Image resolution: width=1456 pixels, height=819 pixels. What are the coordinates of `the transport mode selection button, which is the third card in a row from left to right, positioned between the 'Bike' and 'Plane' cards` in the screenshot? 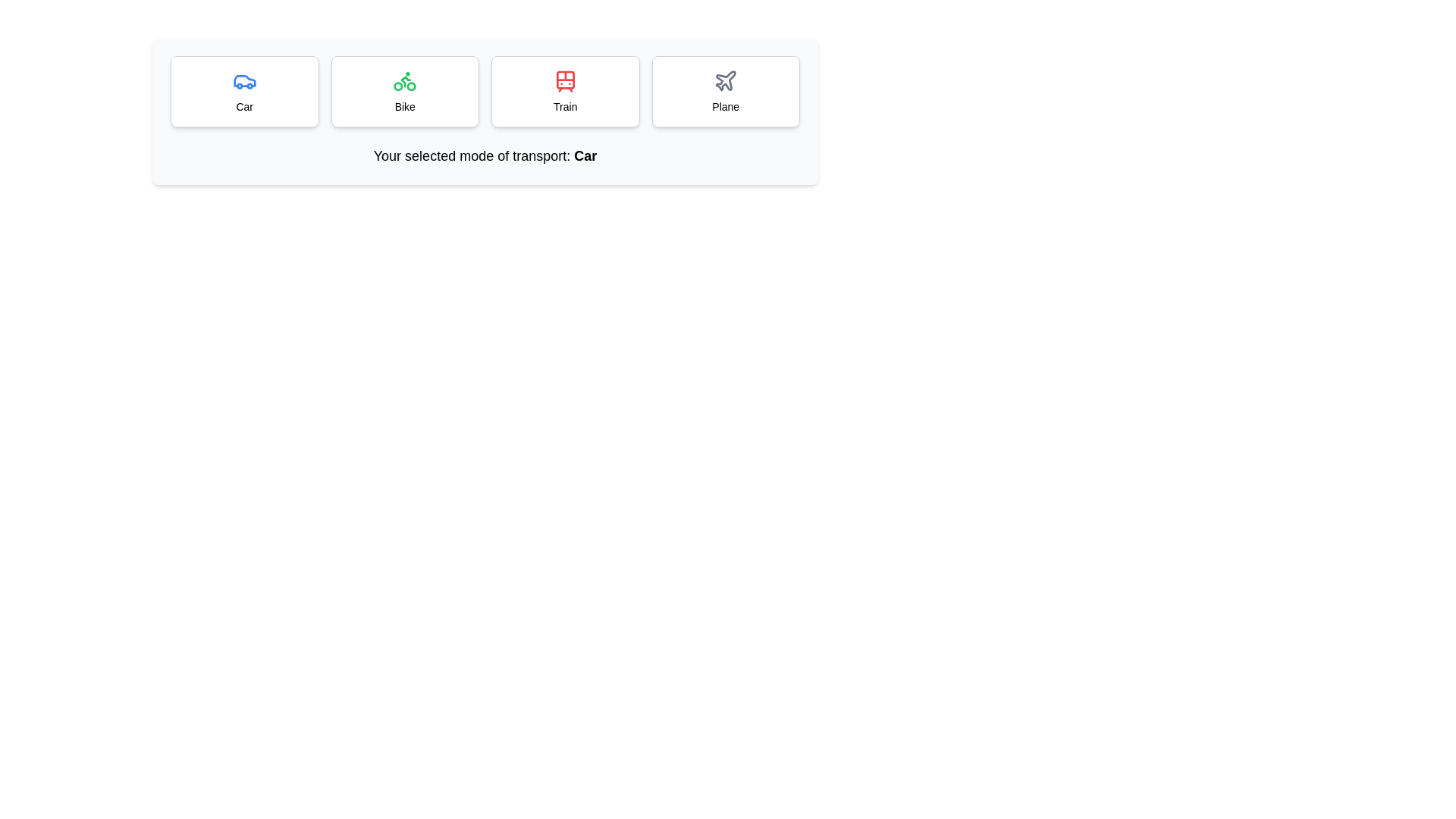 It's located at (564, 91).